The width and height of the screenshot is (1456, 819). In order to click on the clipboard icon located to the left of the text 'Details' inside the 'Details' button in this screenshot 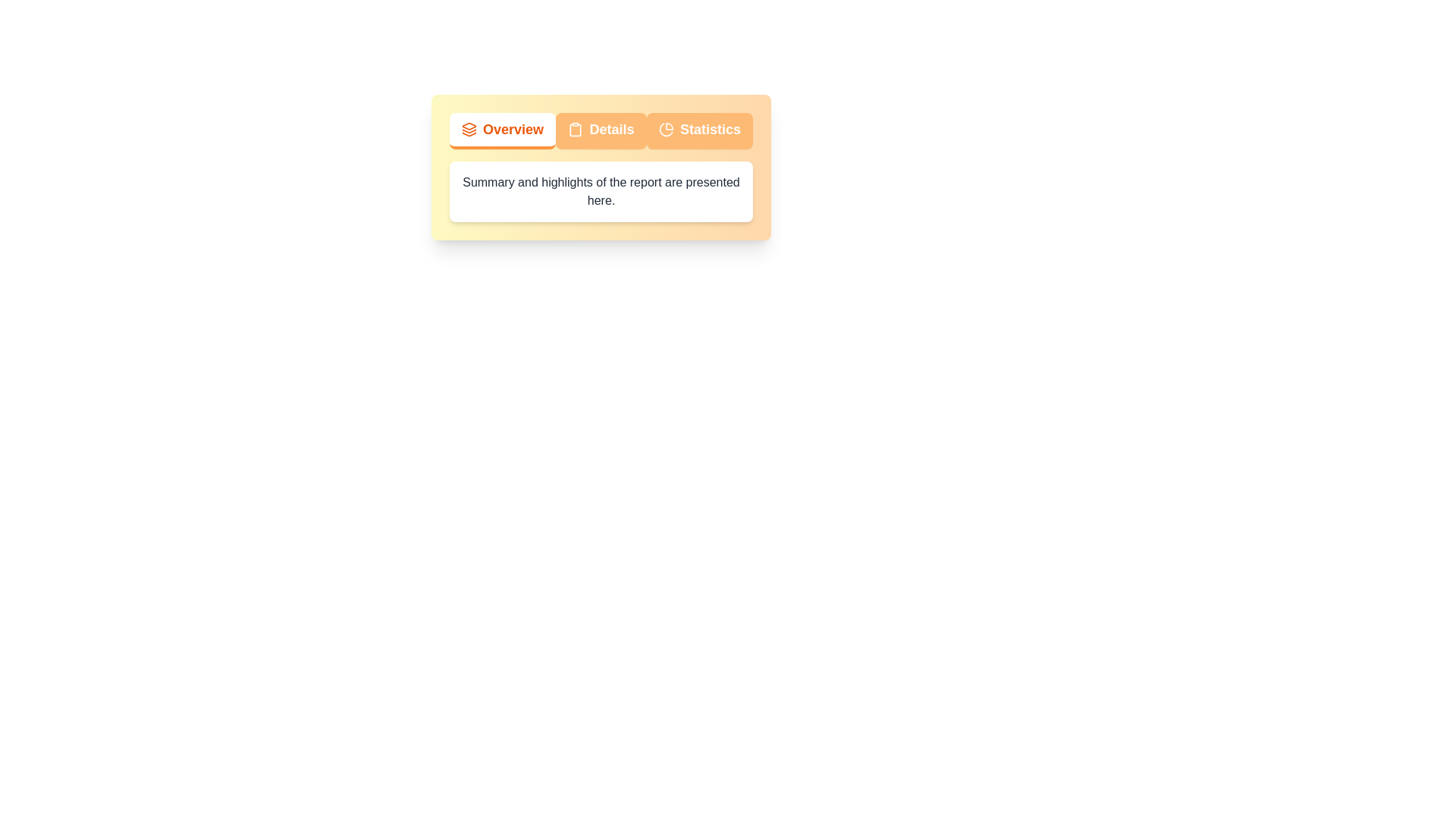, I will do `click(575, 128)`.